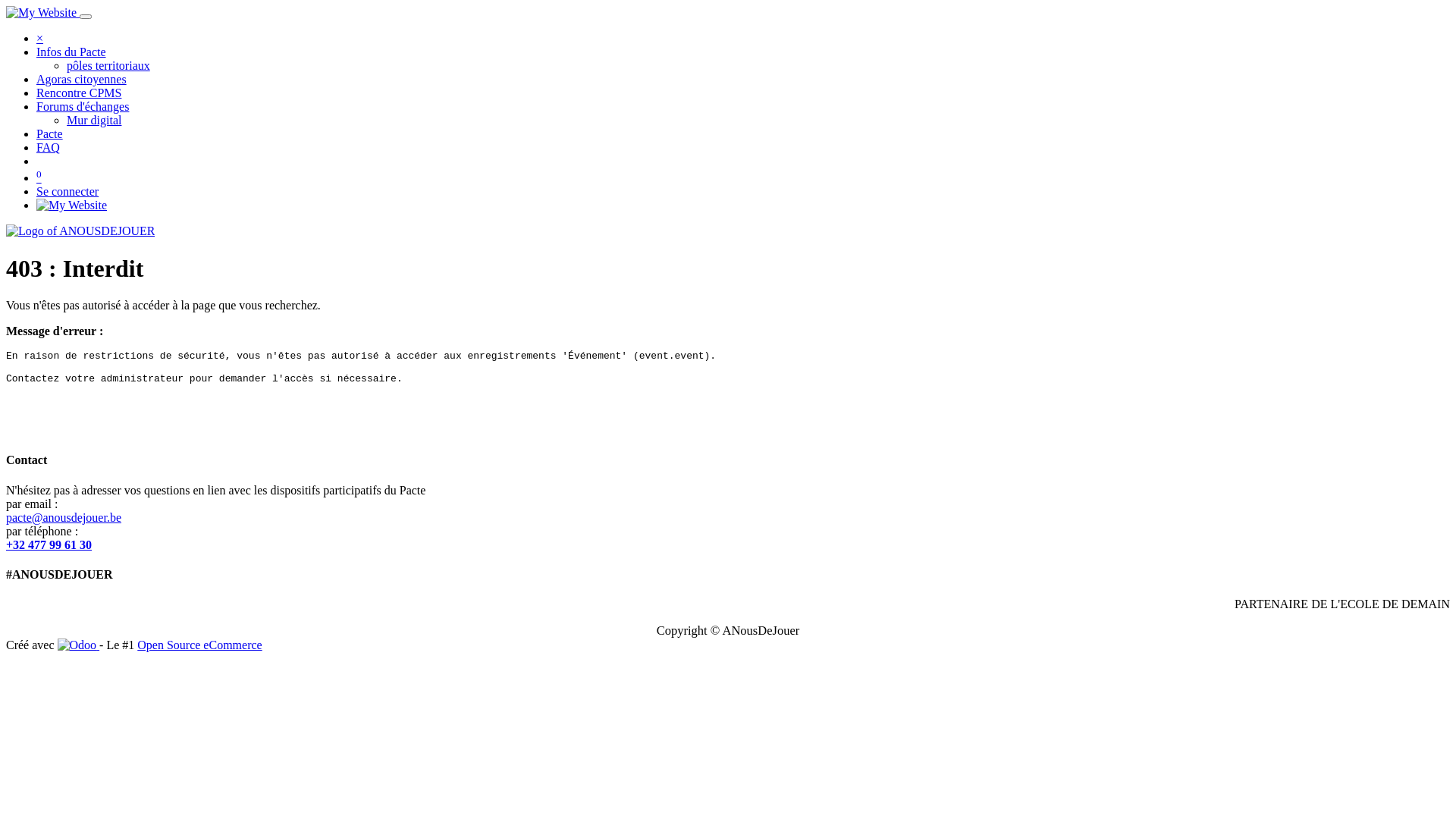 This screenshot has width=1456, height=819. I want to click on '+32 477 99 61 30', so click(49, 544).